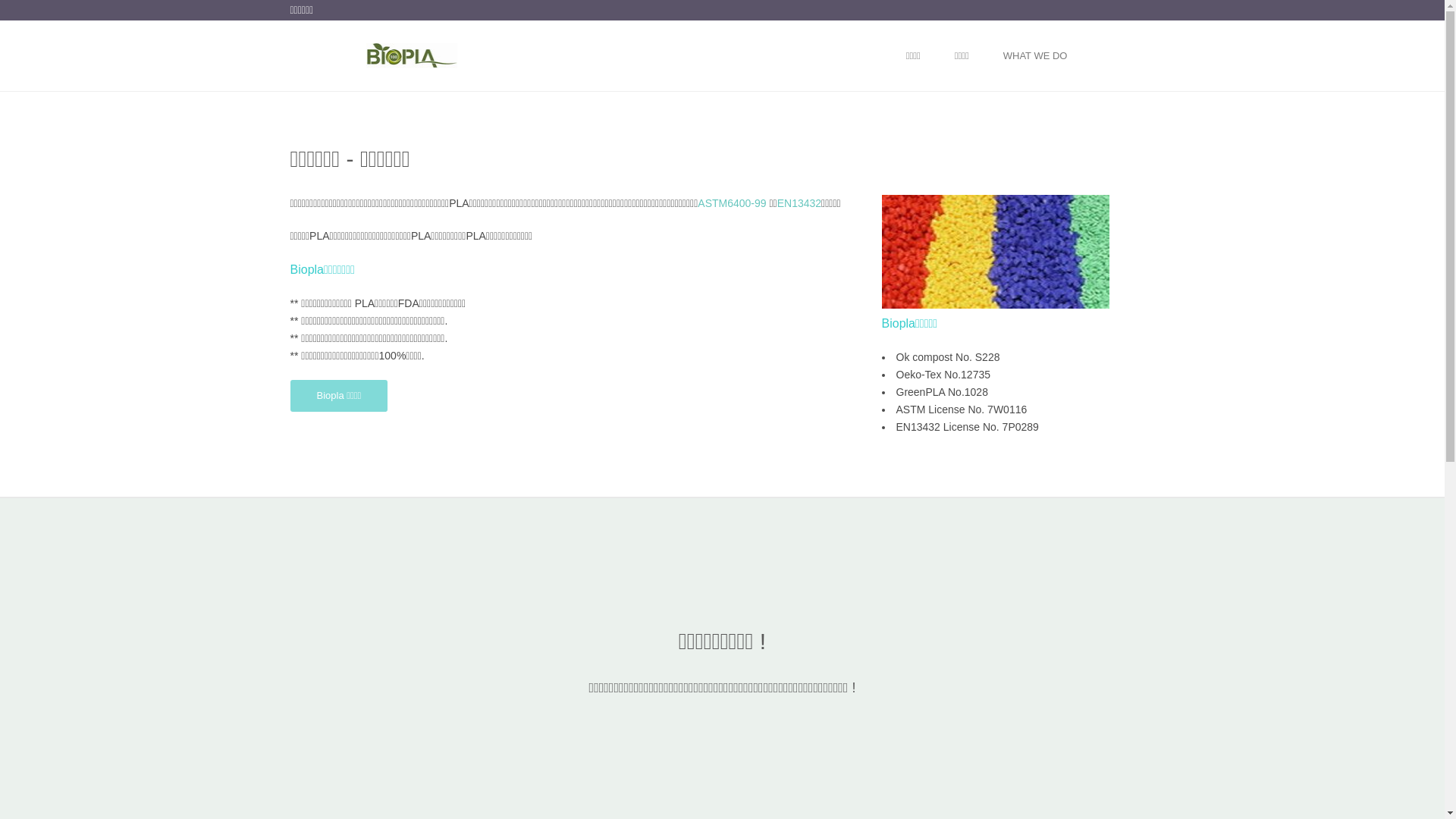 This screenshot has height=819, width=1456. Describe the element at coordinates (731, 202) in the screenshot. I see `'ASTM6400-99'` at that location.